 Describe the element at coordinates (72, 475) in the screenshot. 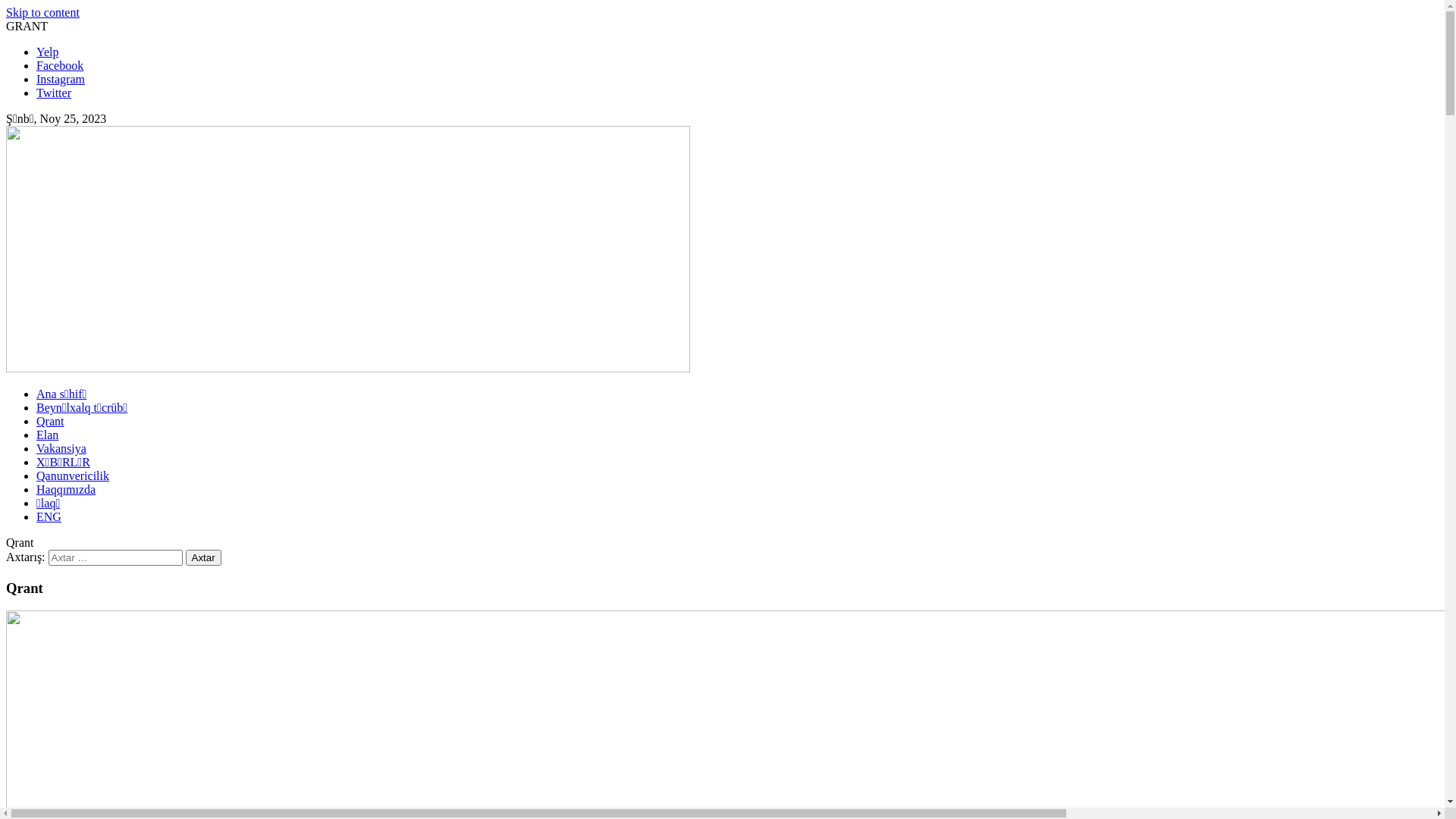

I see `'Qanunvericilik'` at that location.